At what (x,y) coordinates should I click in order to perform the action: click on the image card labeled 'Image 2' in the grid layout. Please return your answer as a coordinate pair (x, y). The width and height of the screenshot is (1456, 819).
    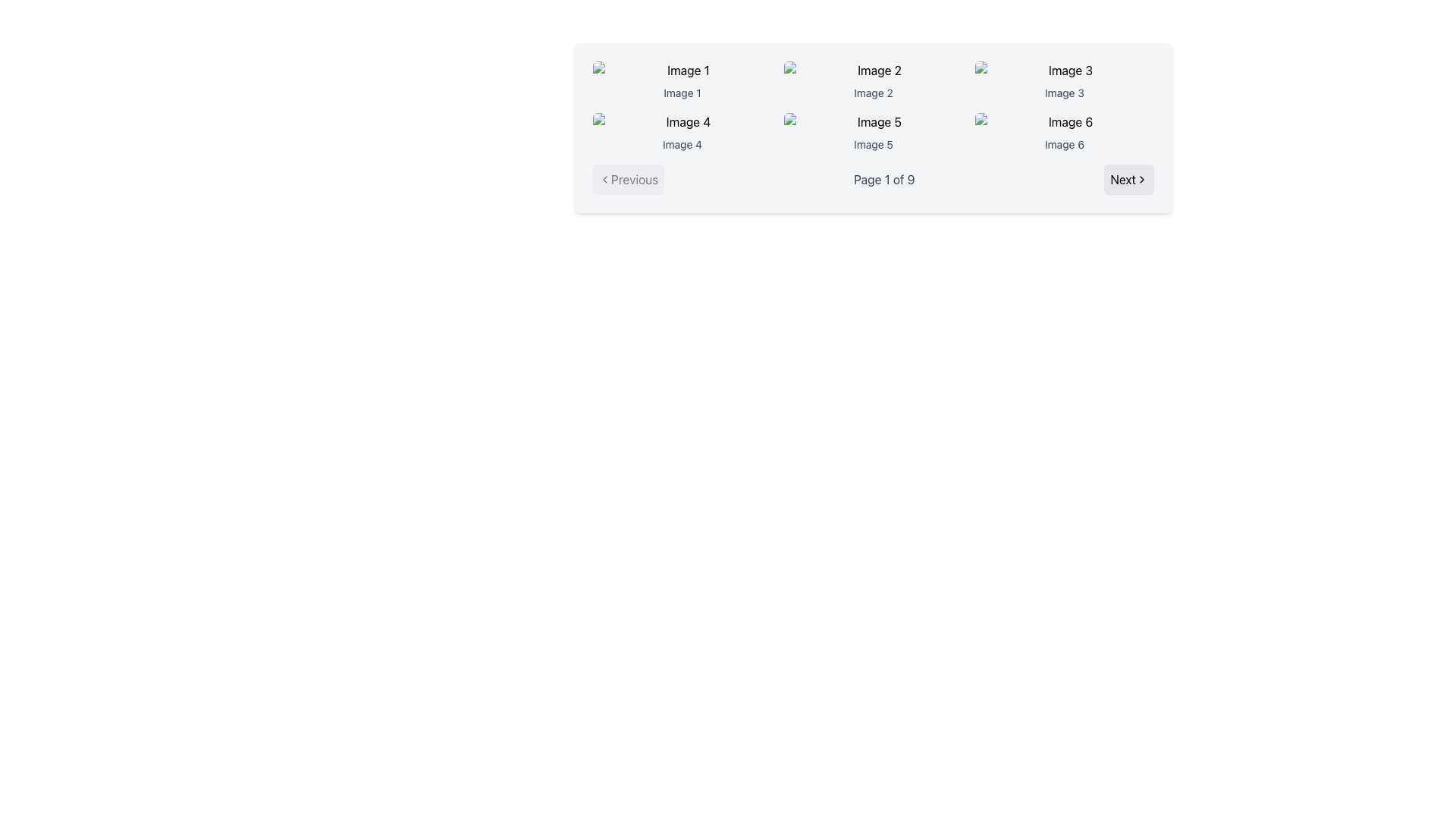
    Looking at the image, I should click on (874, 81).